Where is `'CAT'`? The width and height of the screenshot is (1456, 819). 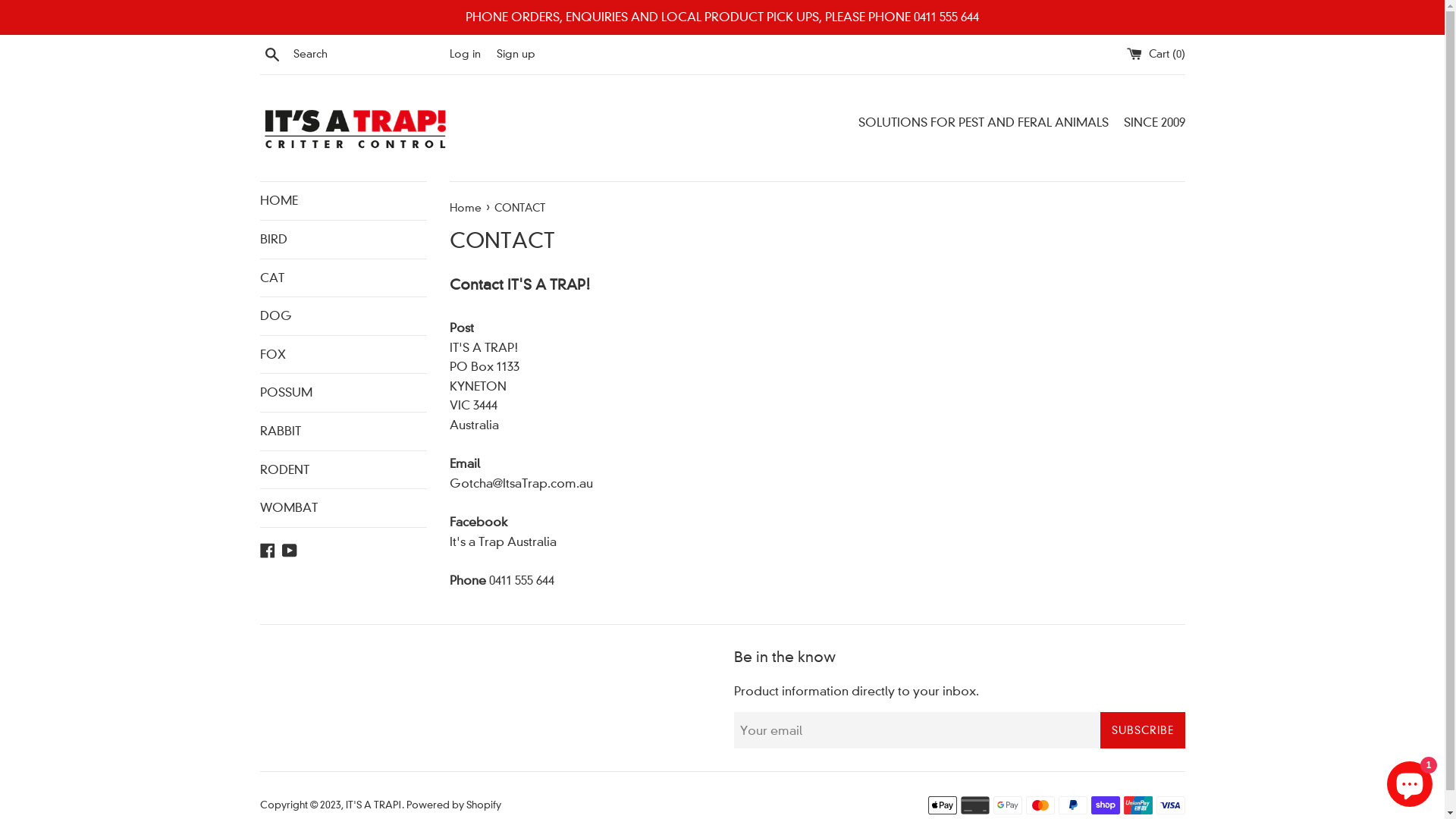
'CAT' is located at coordinates (341, 278).